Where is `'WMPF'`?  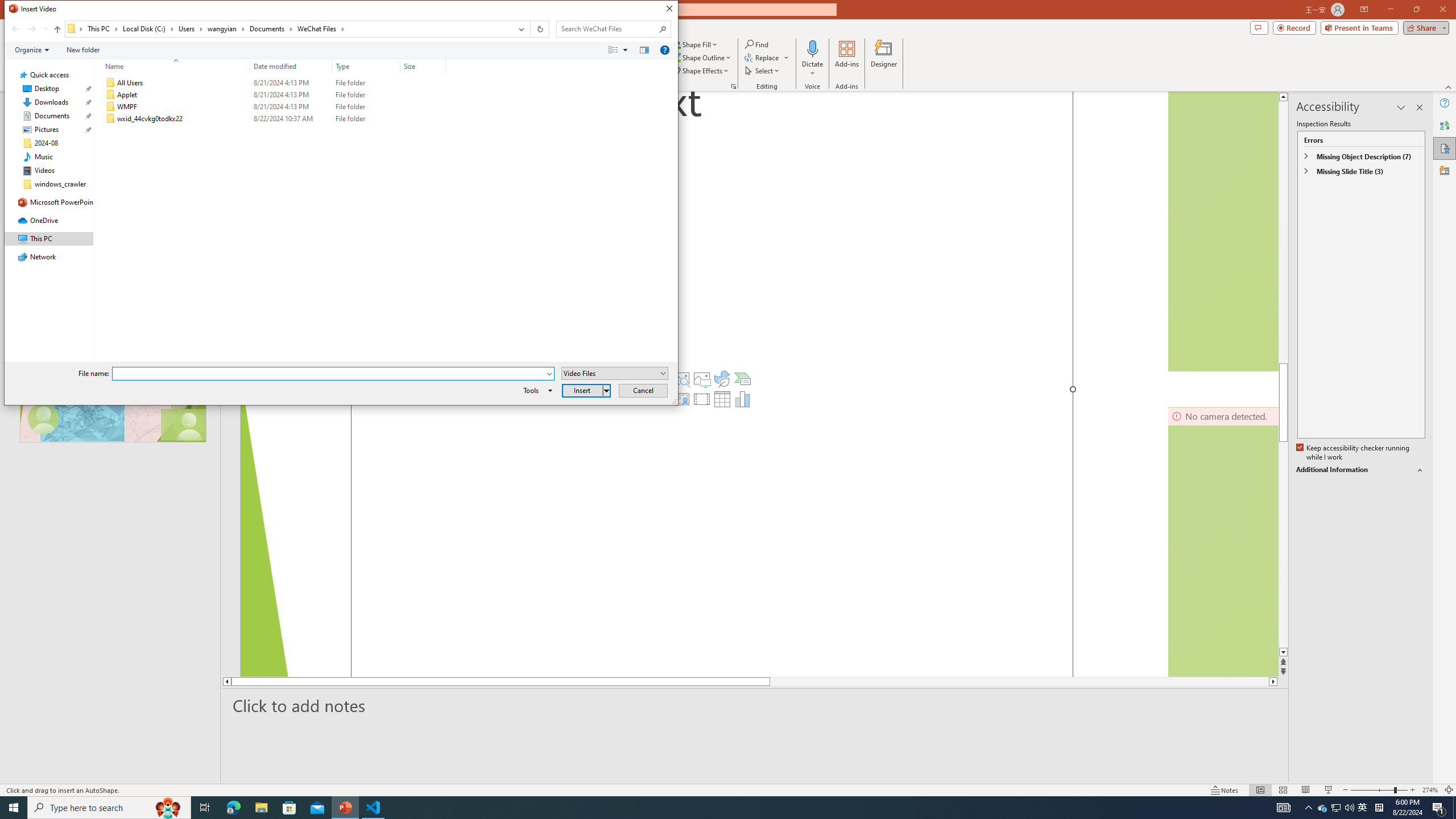 'WMPF' is located at coordinates (274, 106).